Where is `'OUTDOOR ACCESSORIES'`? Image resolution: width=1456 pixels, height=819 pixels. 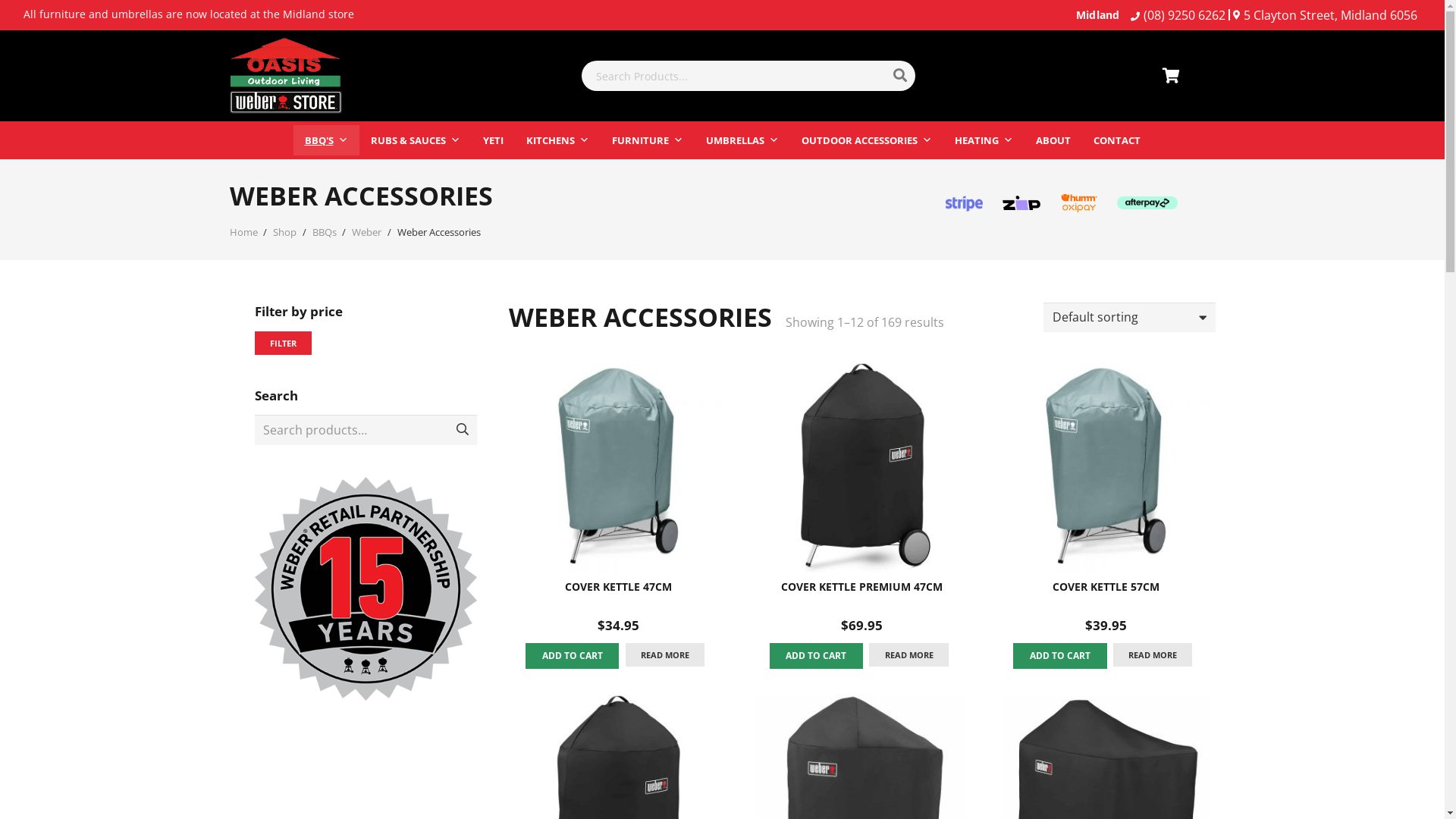
'OUTDOOR ACCESSORIES' is located at coordinates (866, 140).